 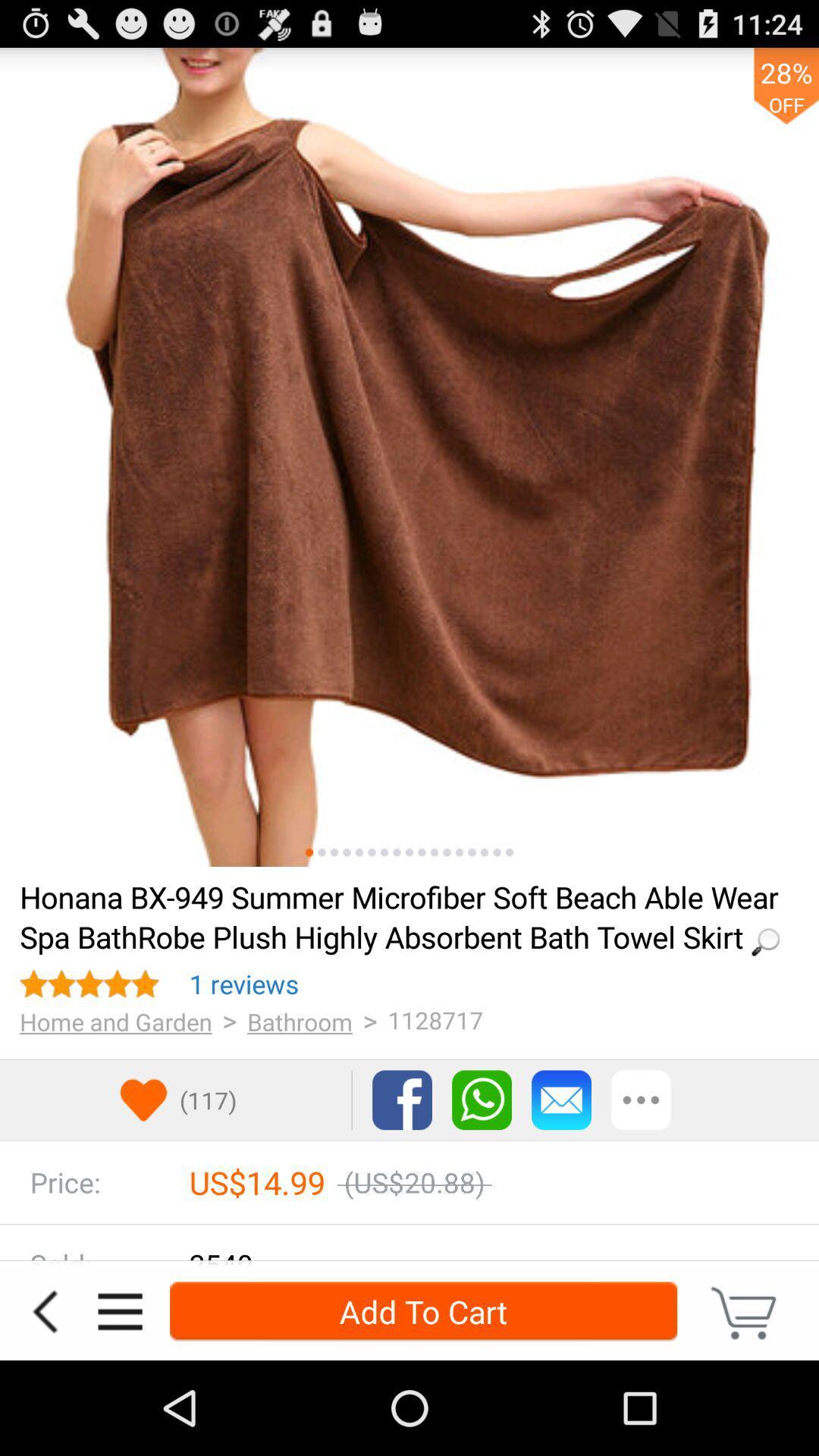 I want to click on open next image, so click(x=435, y=852).